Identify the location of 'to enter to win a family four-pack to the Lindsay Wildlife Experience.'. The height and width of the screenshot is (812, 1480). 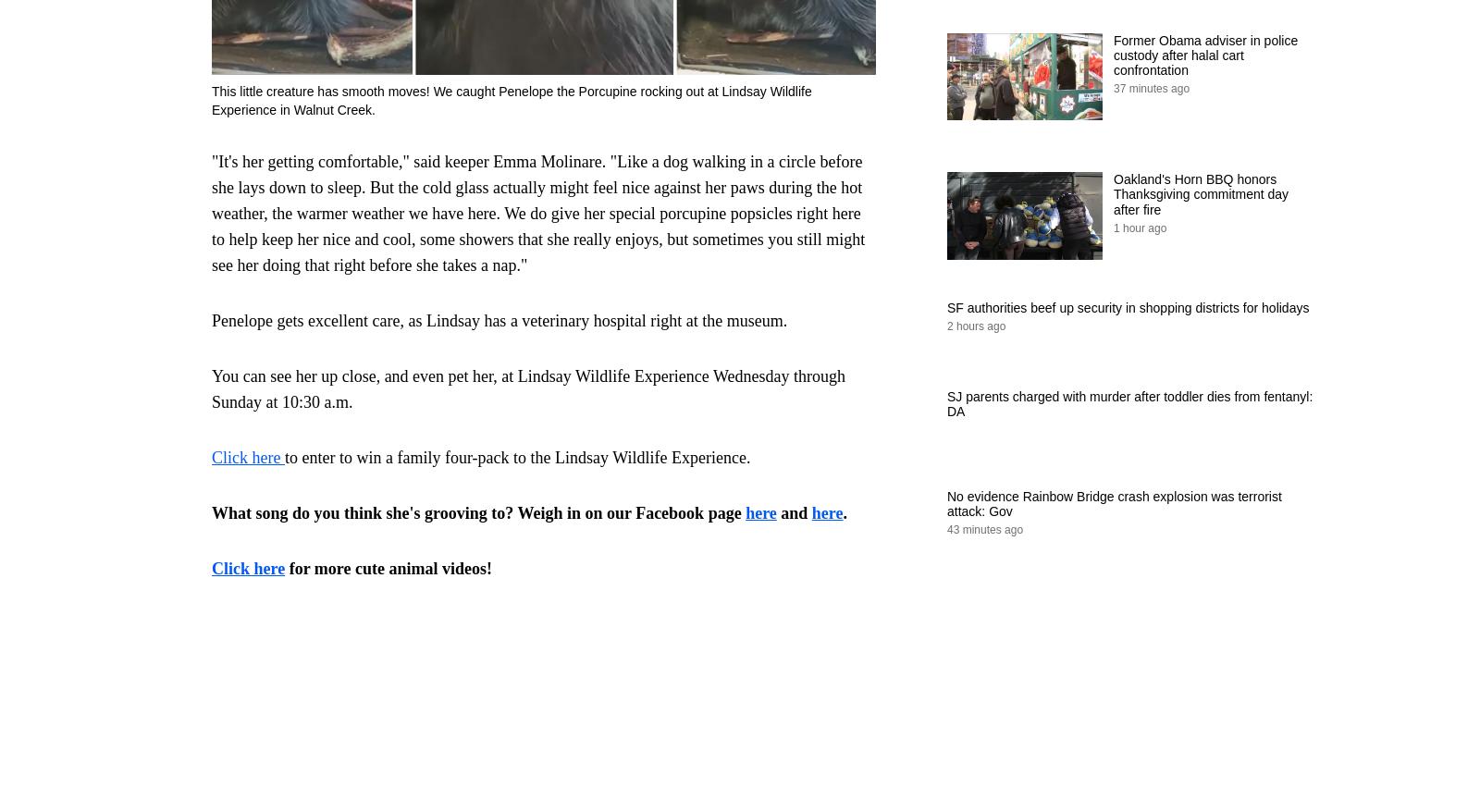
(516, 456).